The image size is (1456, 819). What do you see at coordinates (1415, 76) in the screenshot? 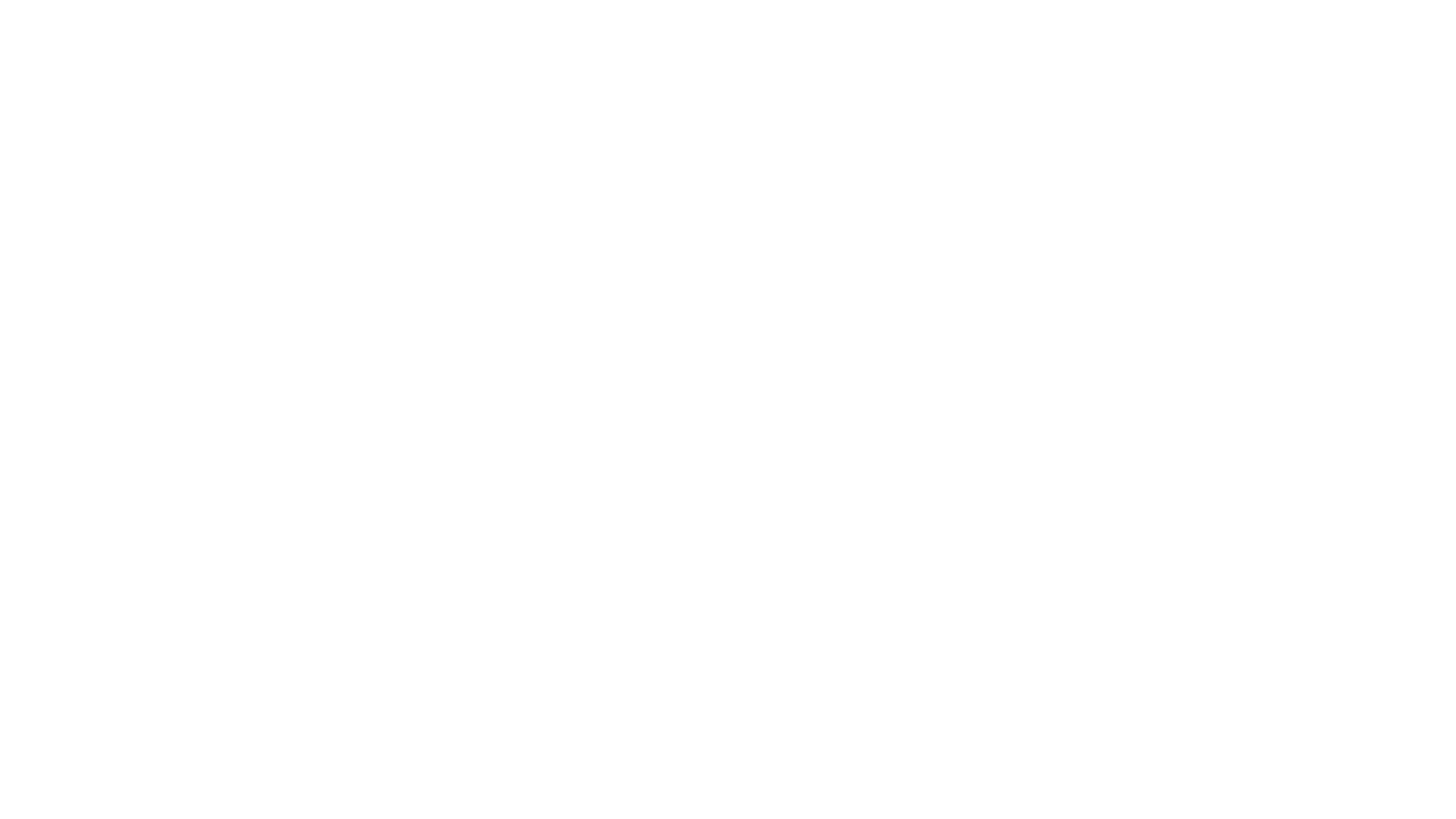
I see `Download` at bounding box center [1415, 76].